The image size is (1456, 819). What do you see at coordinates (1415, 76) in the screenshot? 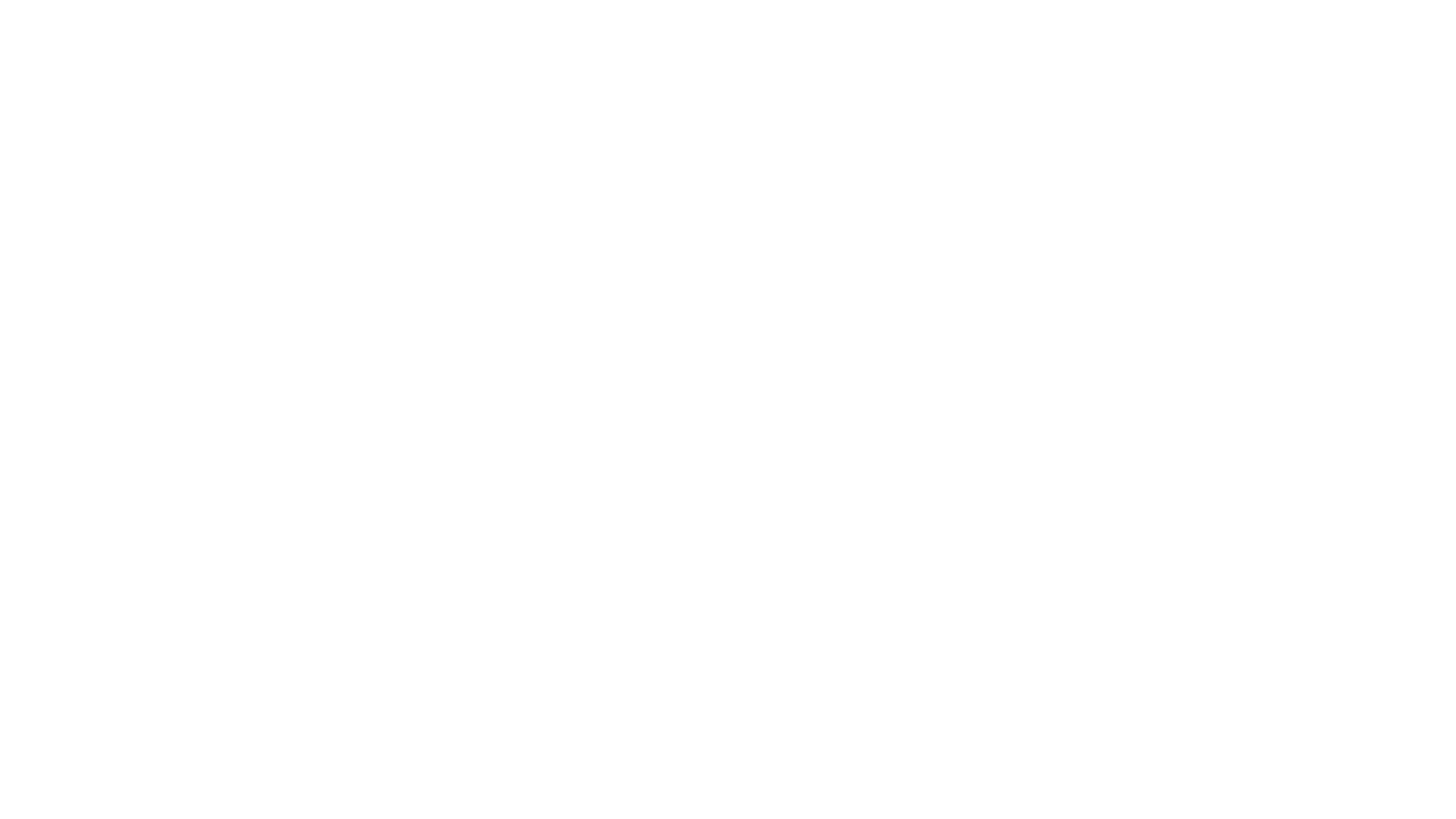
I see `Download` at bounding box center [1415, 76].